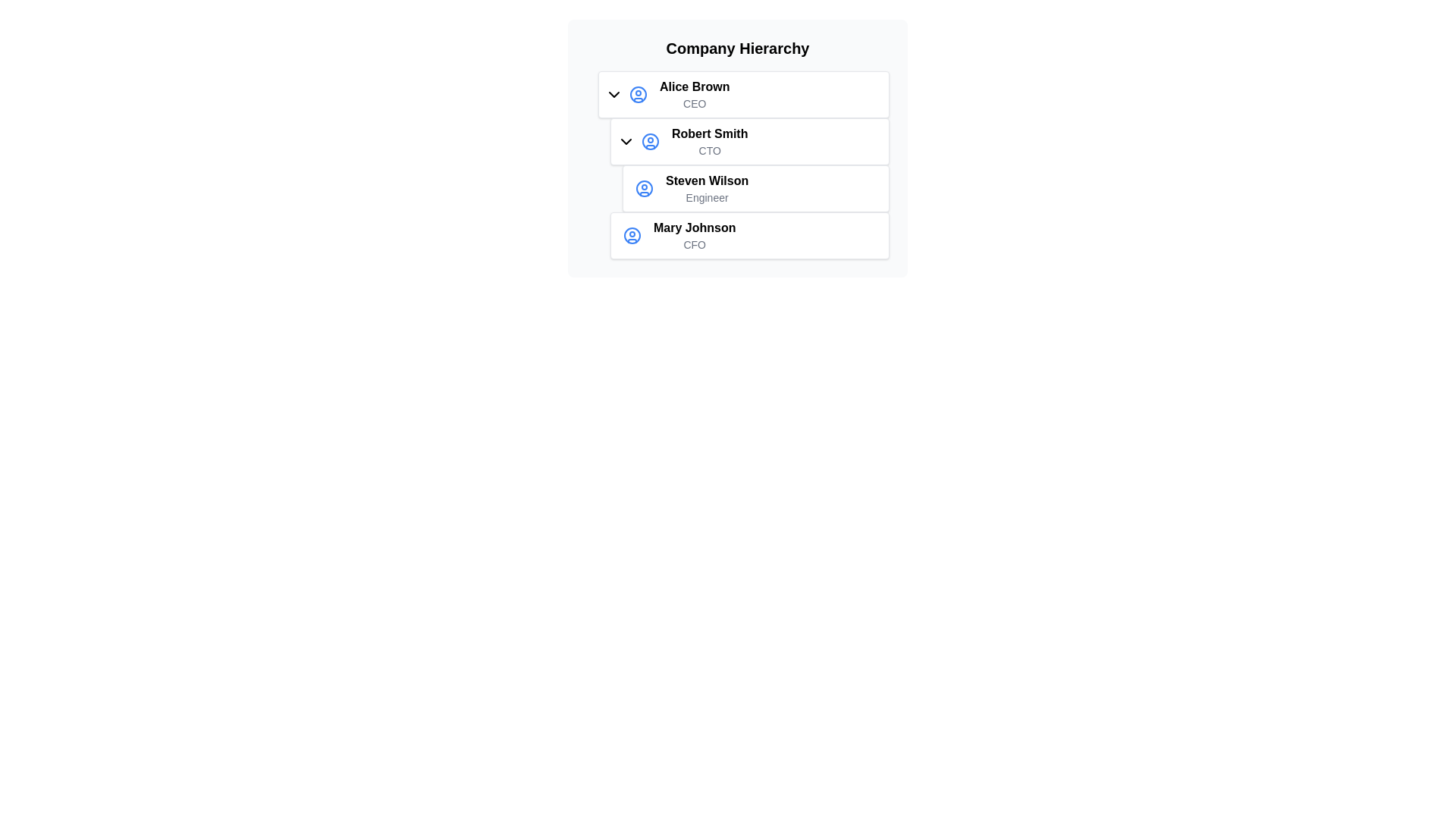 This screenshot has width=1456, height=819. I want to click on the bold text label displaying 'Steven Wilson' for interaction, so click(706, 180).